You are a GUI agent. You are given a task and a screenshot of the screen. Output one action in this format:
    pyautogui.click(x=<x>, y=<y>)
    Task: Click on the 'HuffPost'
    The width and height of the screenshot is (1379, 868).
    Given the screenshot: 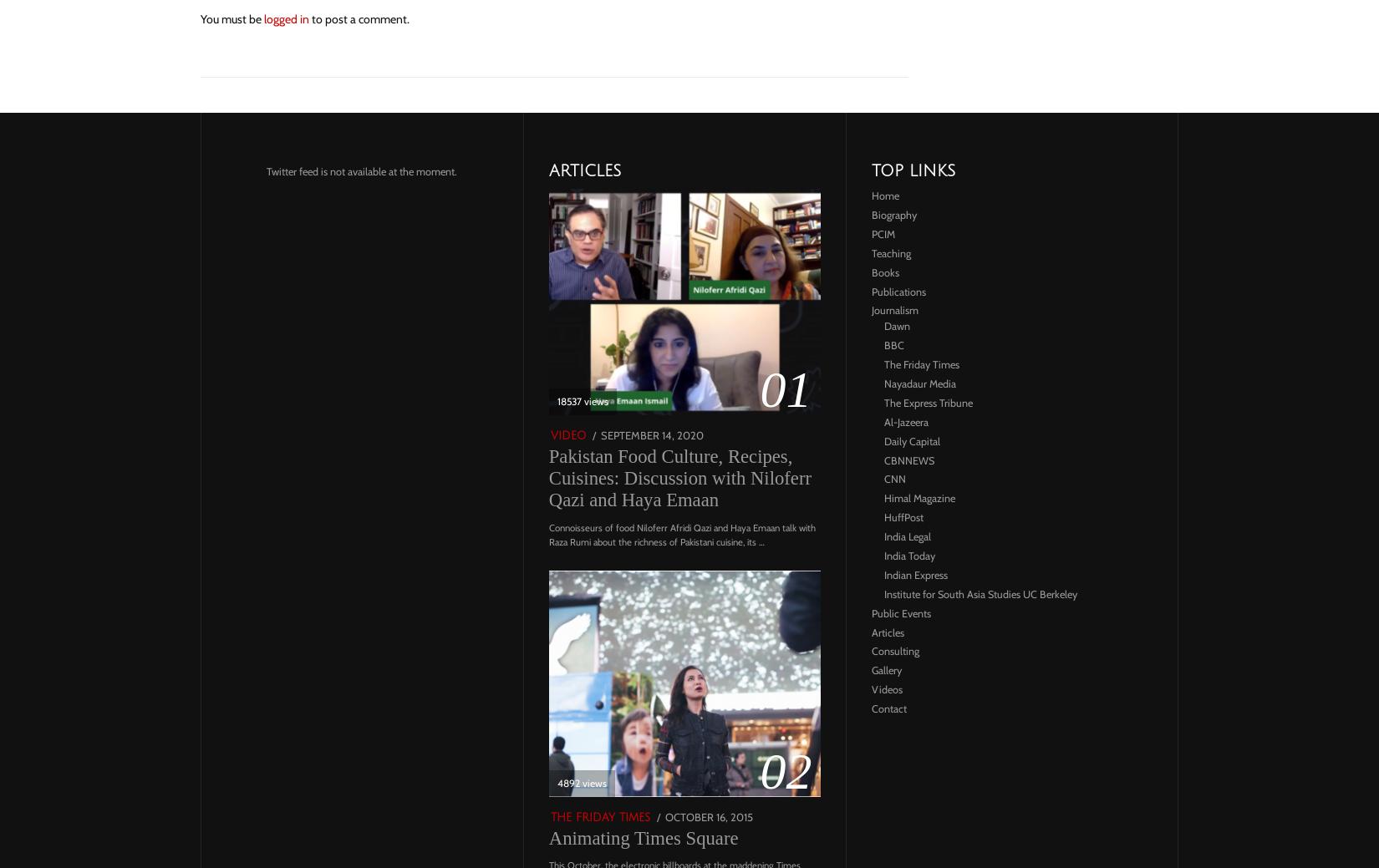 What is the action you would take?
    pyautogui.click(x=883, y=517)
    